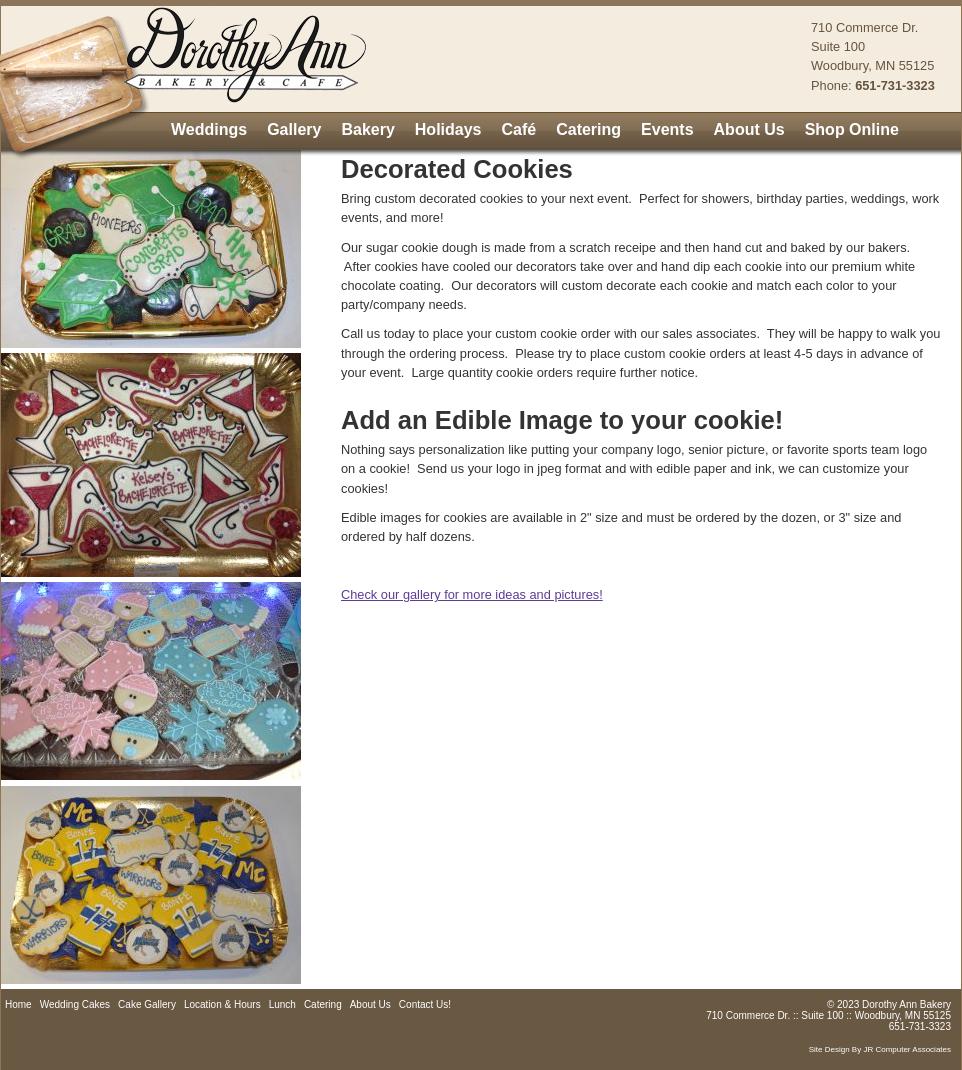  I want to click on '710 Commerce Dr.', so click(864, 26).